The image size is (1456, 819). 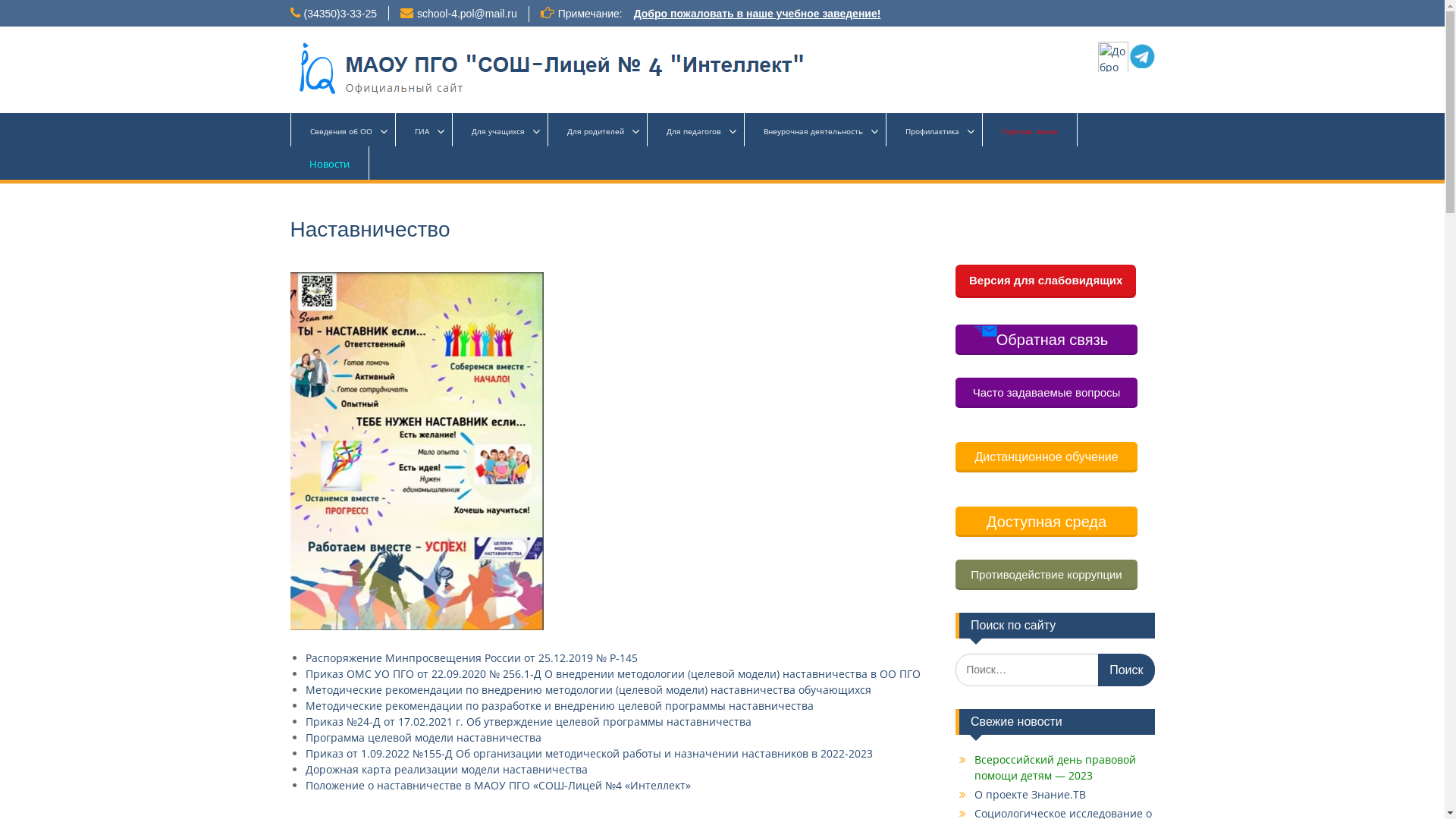 I want to click on 'school-4.pol@mail.ru', so click(x=466, y=14).